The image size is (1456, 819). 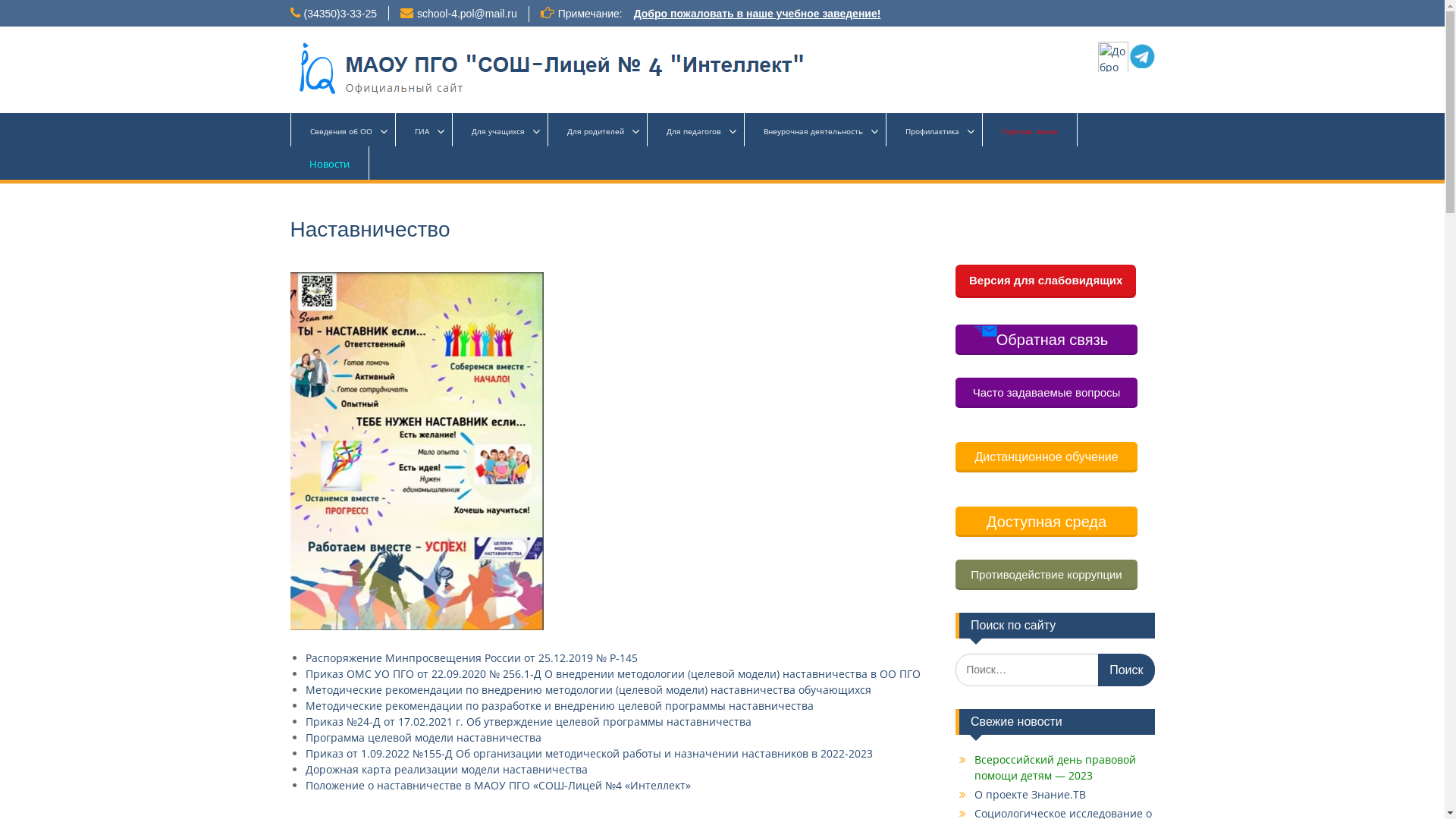 I want to click on 'school-4.pol@mail.ru', so click(x=466, y=14).